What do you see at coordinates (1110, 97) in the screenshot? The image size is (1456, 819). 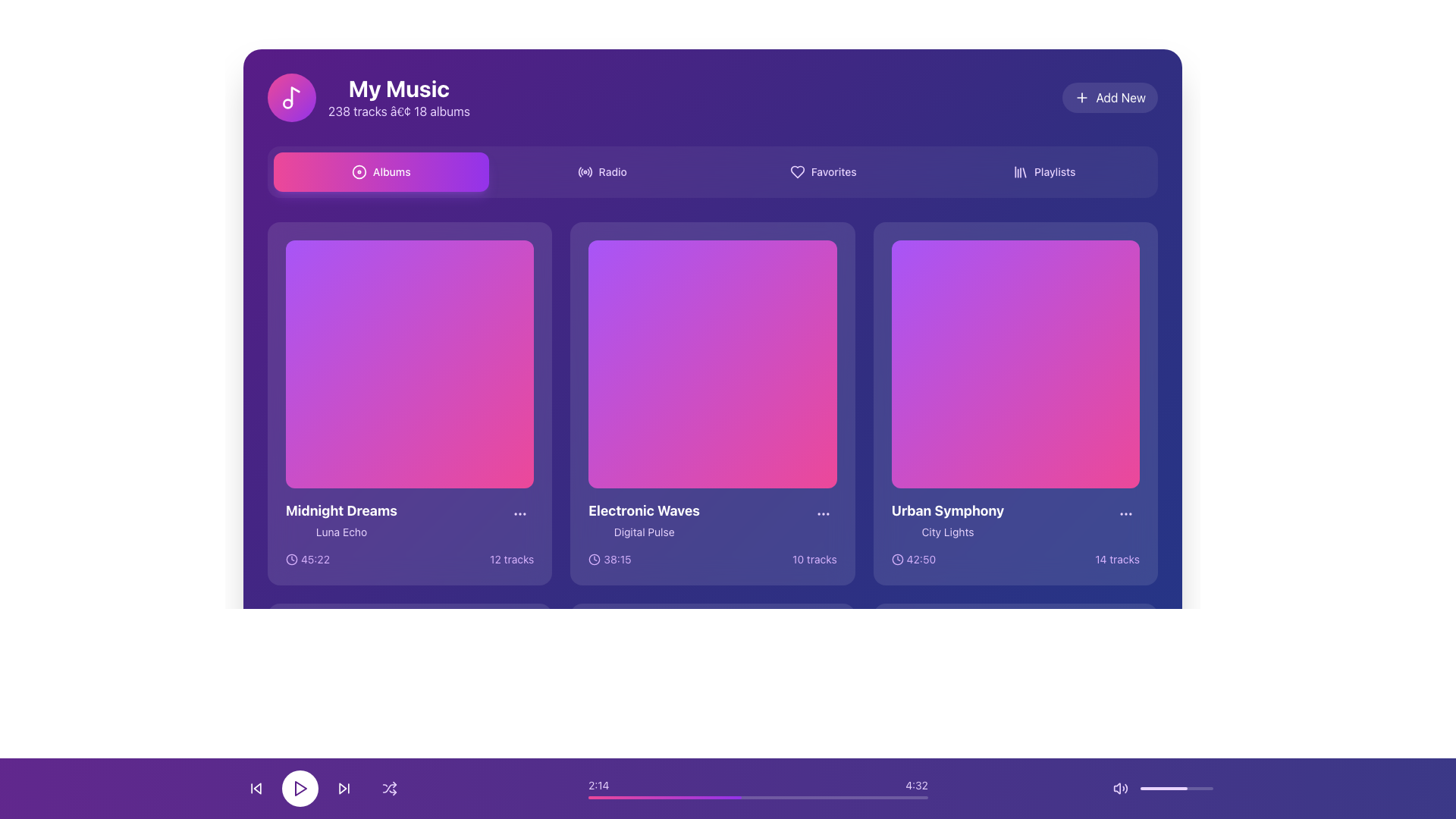 I see `the add new content button located in the top-right corner of the interface, adjacent to the user's music details` at bounding box center [1110, 97].